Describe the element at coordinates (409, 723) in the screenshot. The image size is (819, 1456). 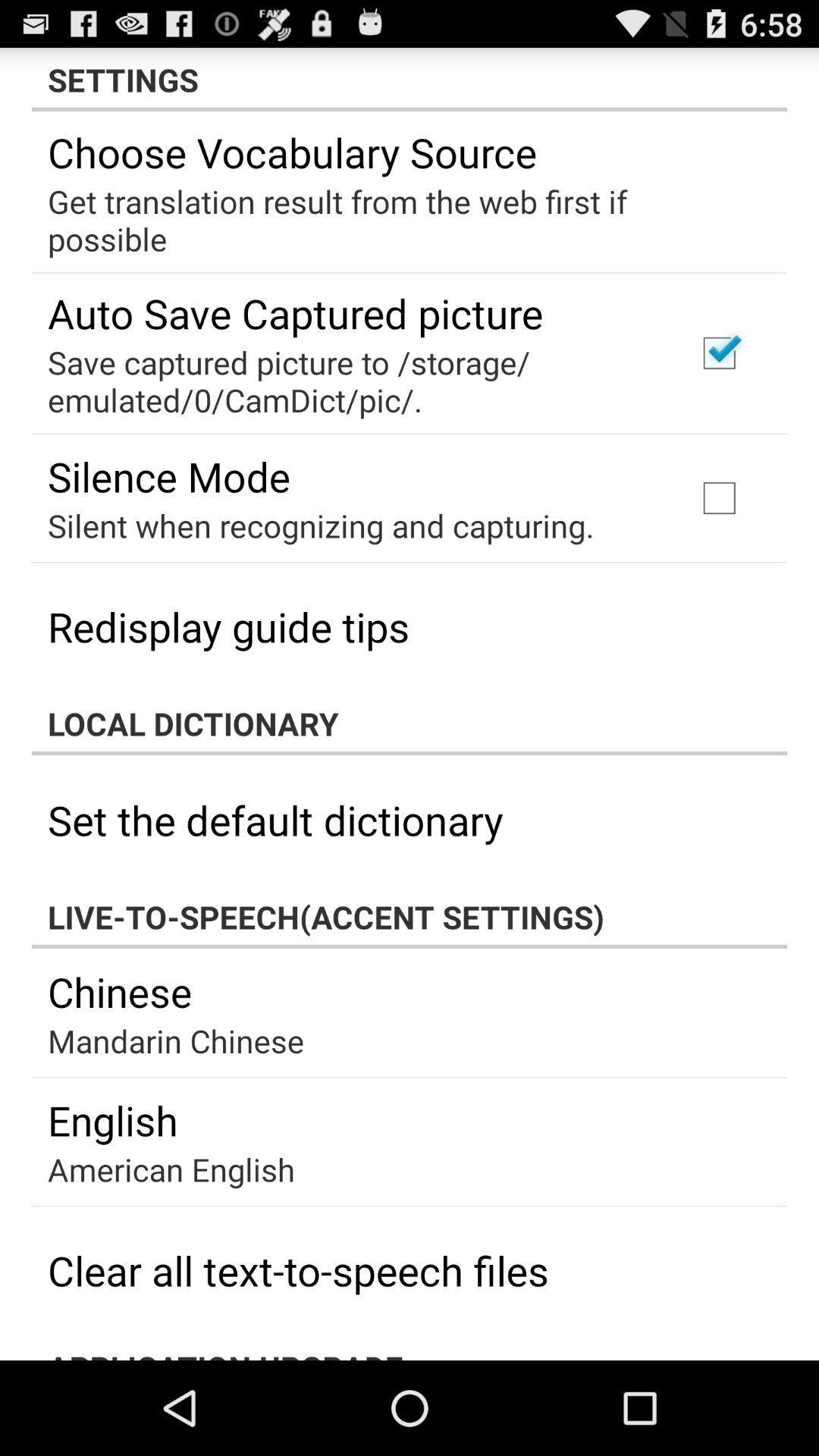
I see `the app above the set the default app` at that location.